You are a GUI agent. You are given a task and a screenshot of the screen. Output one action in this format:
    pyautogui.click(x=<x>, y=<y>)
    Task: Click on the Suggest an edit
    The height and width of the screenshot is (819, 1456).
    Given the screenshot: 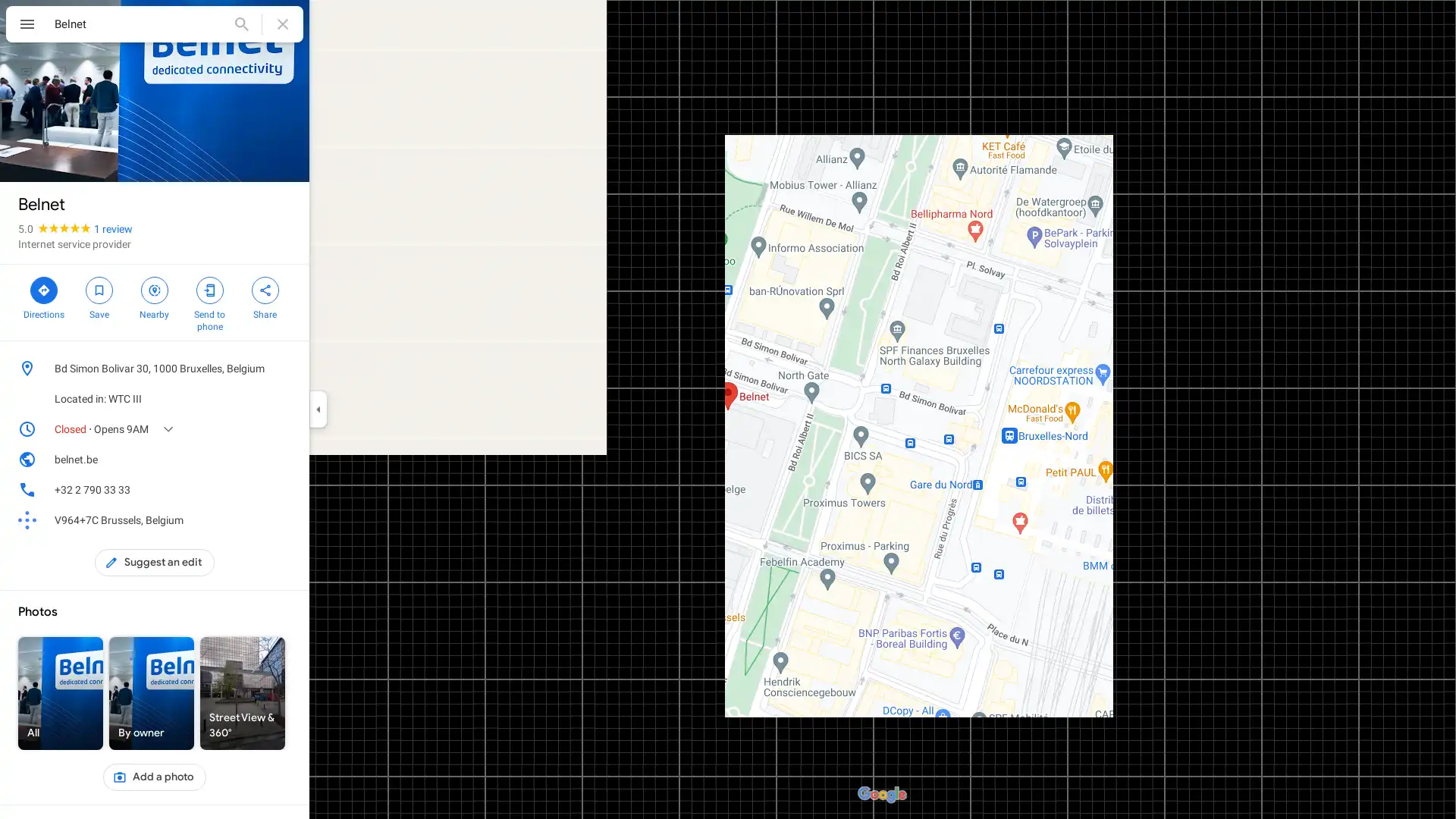 What is the action you would take?
    pyautogui.click(x=155, y=562)
    